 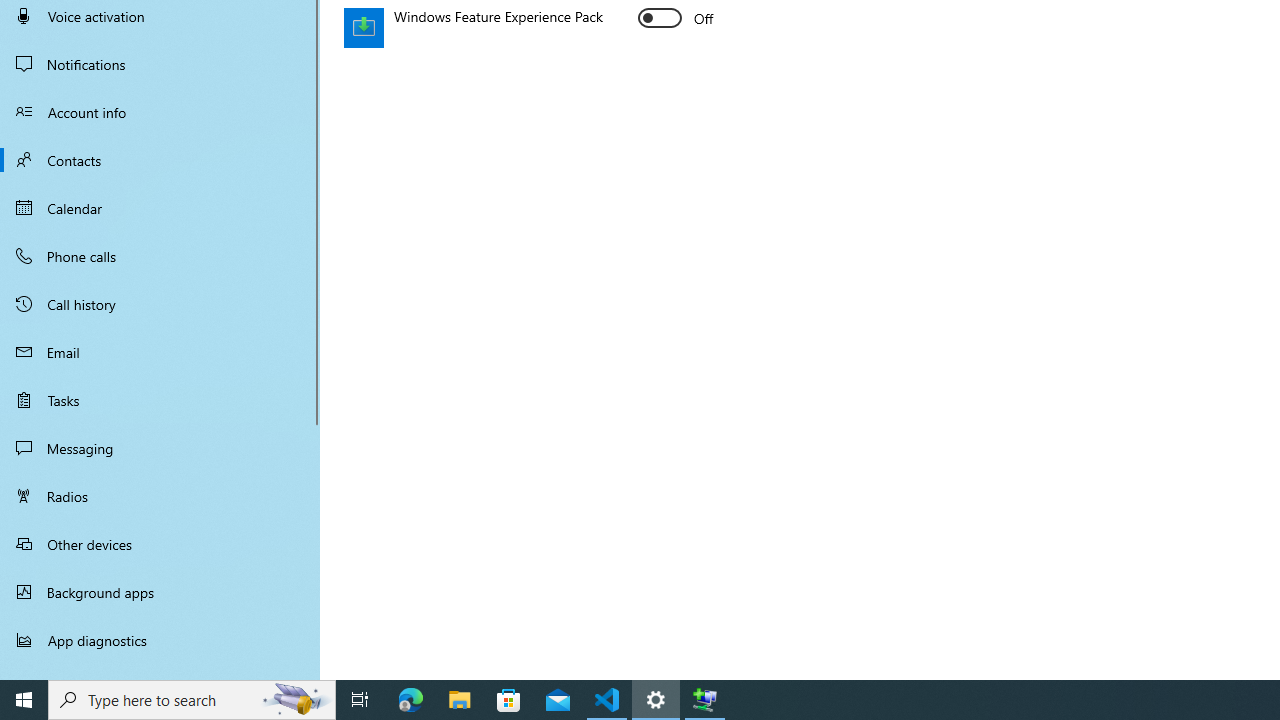 I want to click on 'Start', so click(x=24, y=698).